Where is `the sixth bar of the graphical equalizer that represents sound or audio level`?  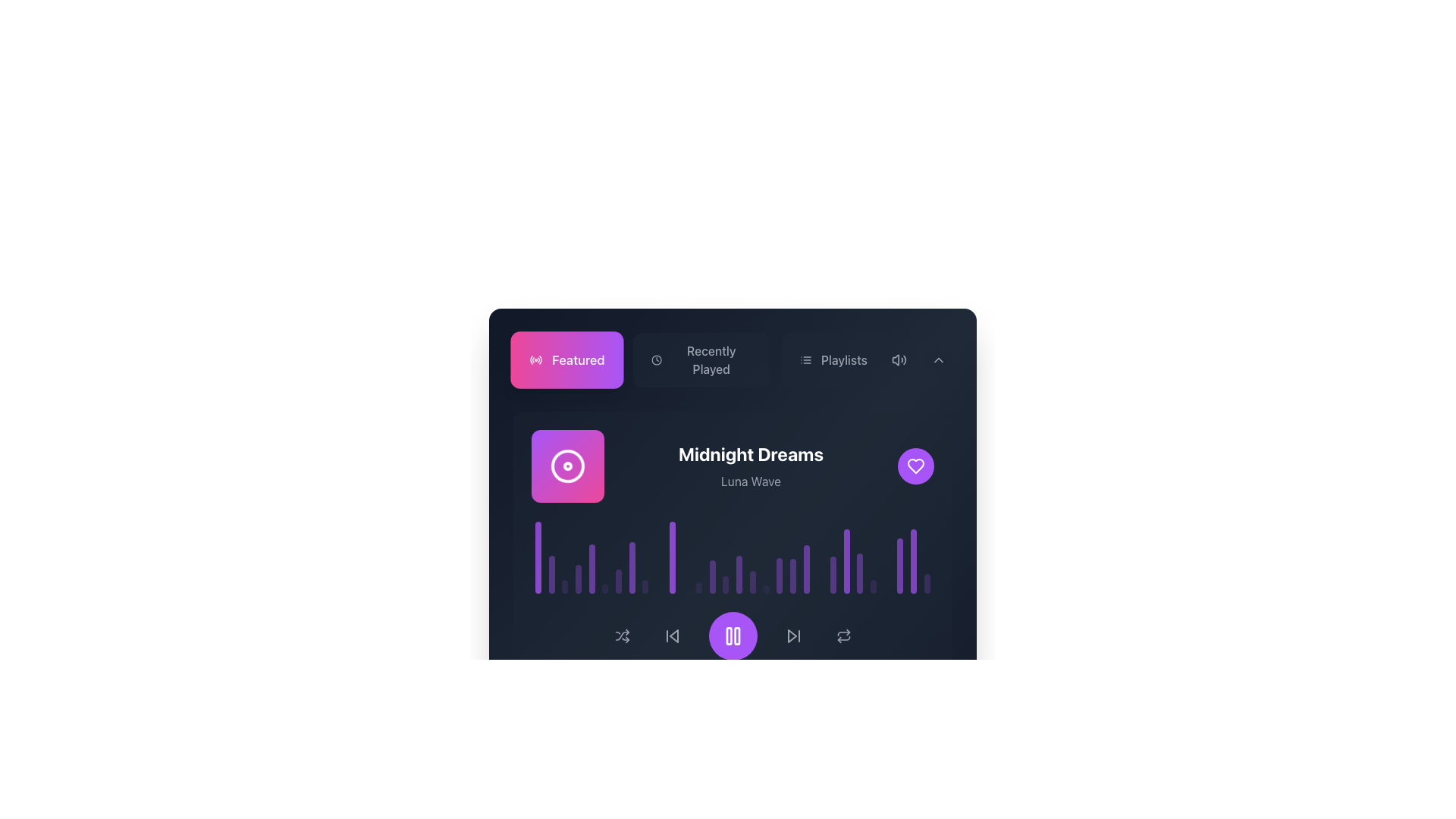
the sixth bar of the graphical equalizer that represents sound or audio level is located at coordinates (604, 588).